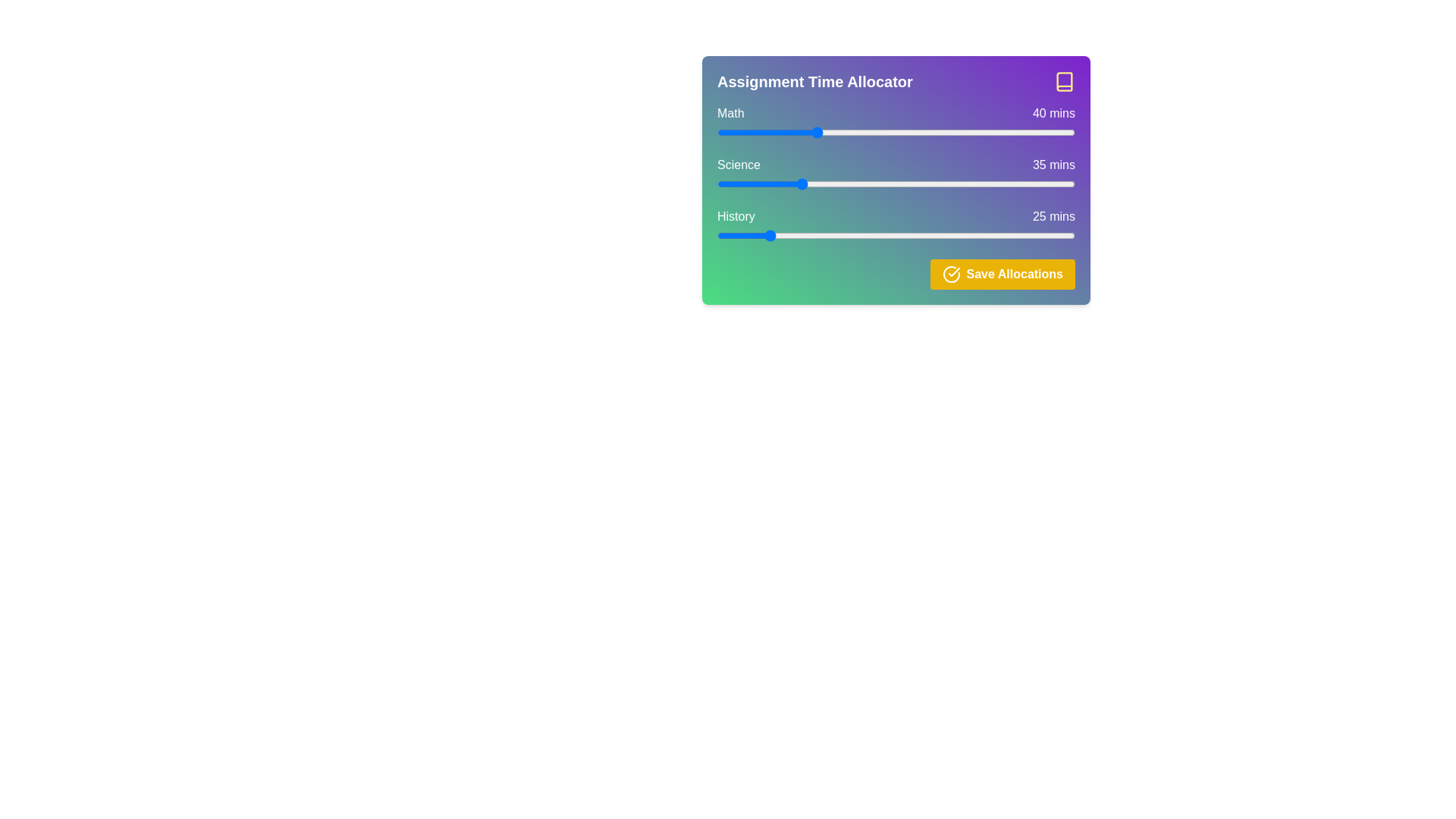 This screenshot has height=819, width=1456. I want to click on the icon located at the top right corner of the 'Assignment Time Allocator' header, which is adjacent to the title text, so click(1063, 82).